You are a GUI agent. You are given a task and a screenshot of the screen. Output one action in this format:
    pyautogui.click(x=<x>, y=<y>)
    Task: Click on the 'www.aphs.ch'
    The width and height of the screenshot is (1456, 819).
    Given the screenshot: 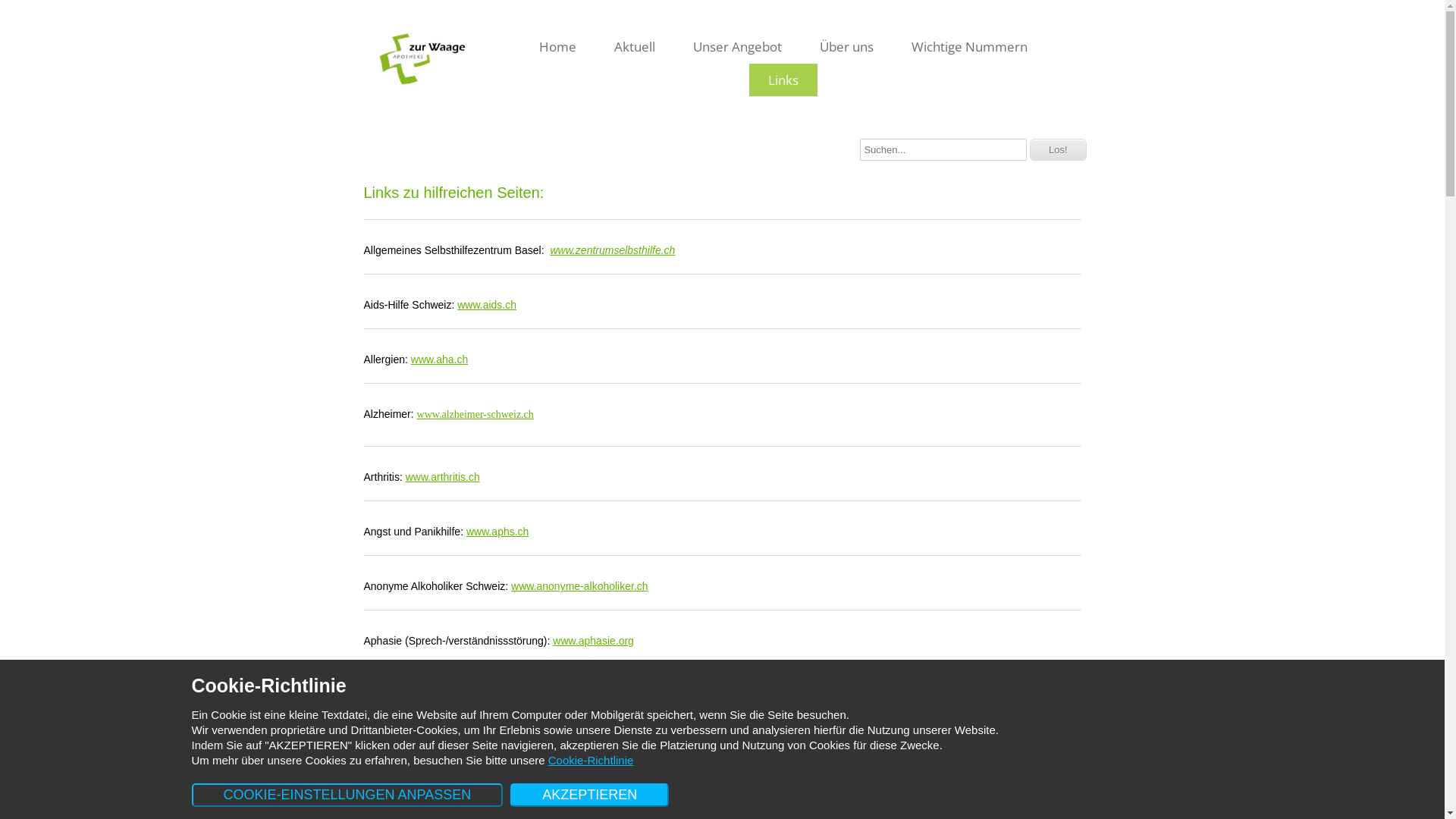 What is the action you would take?
    pyautogui.click(x=497, y=531)
    